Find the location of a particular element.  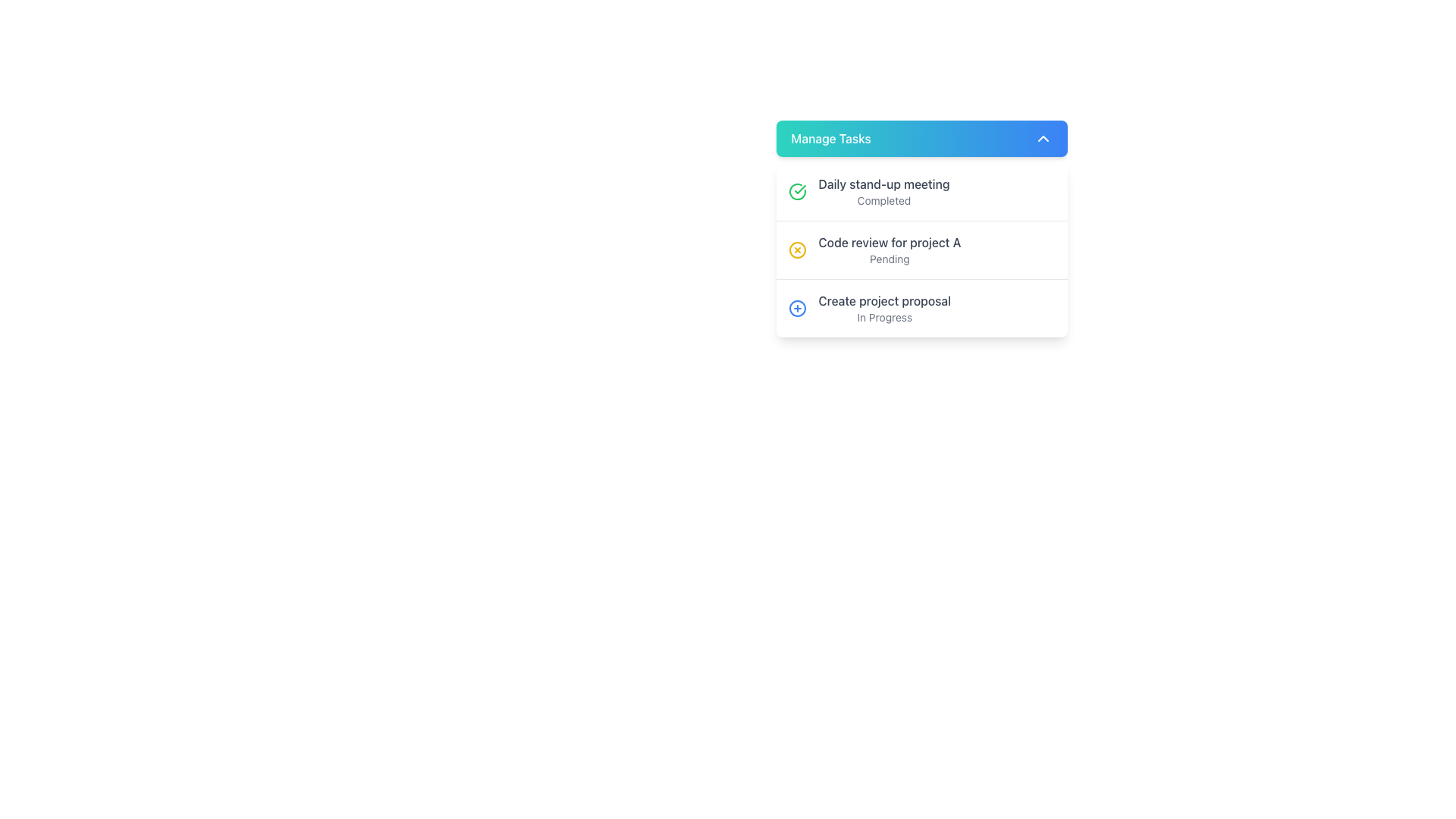

the 'Daily stand-up meeting' task icon, which indicates its completed status and is located next to the task text in the top-left section of the task list is located at coordinates (796, 191).